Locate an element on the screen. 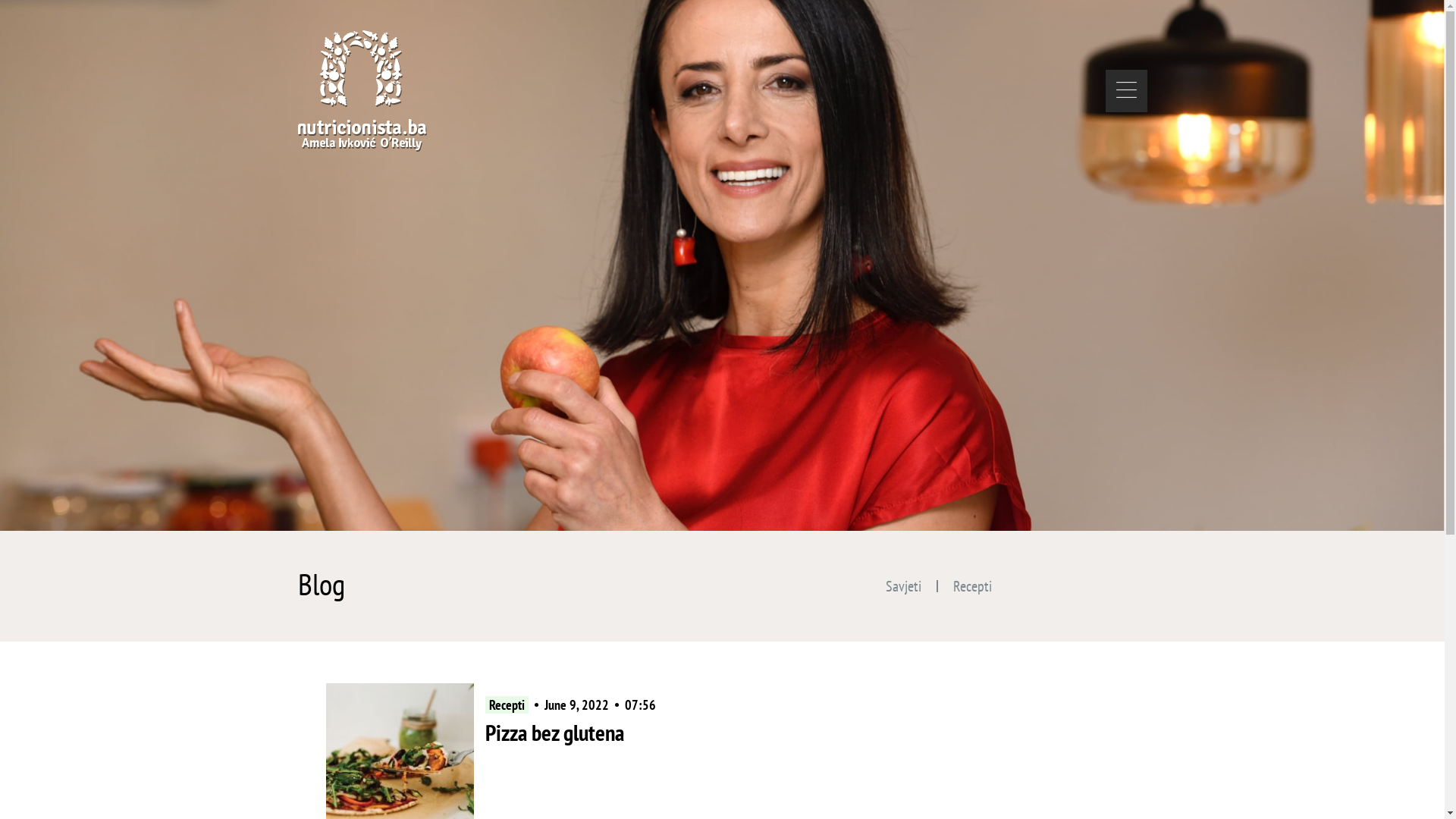 The width and height of the screenshot is (1456, 819). 'June 9, 2022' is located at coordinates (576, 704).